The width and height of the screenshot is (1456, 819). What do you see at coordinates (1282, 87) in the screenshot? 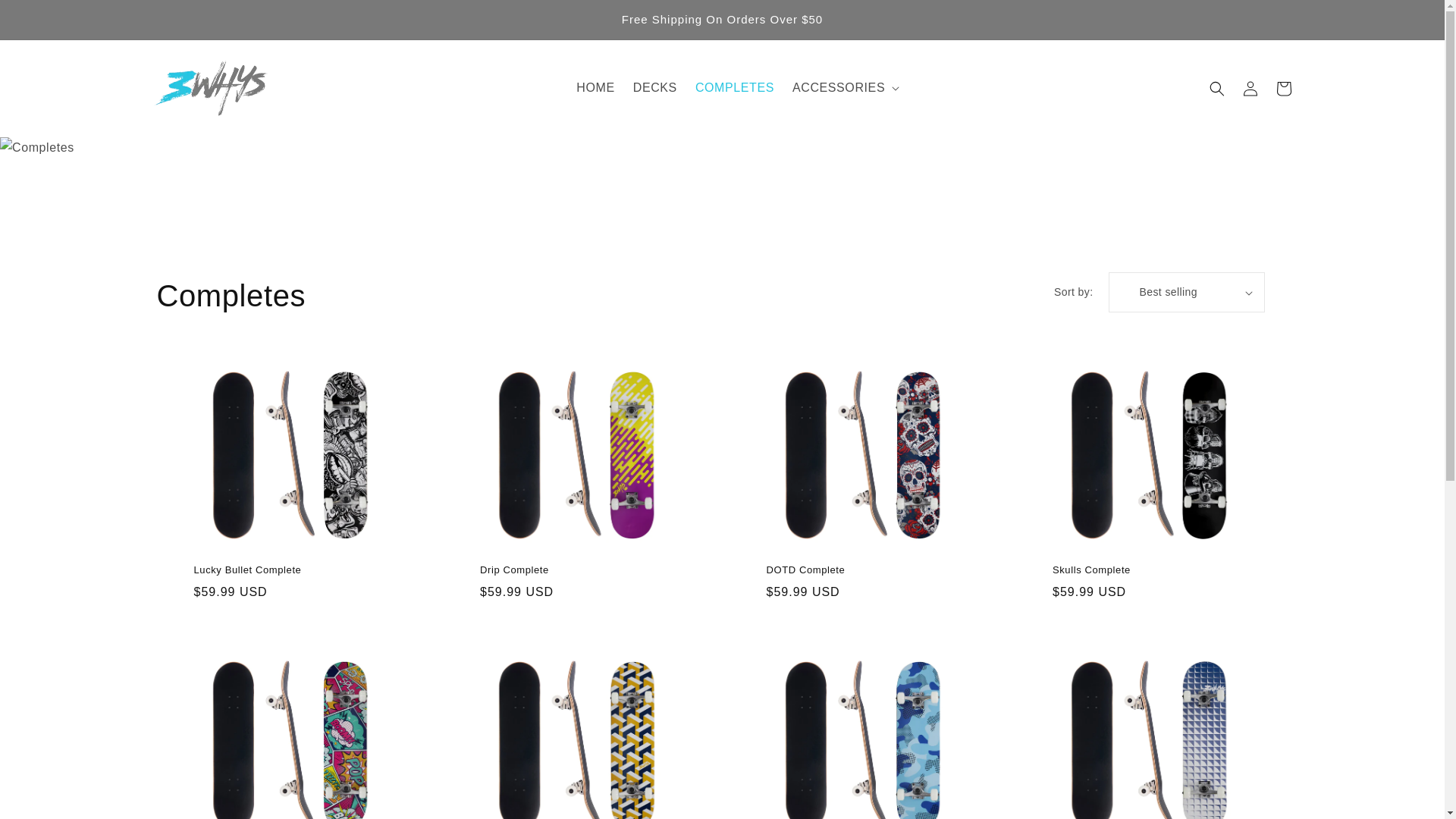
I see `'Cart'` at bounding box center [1282, 87].